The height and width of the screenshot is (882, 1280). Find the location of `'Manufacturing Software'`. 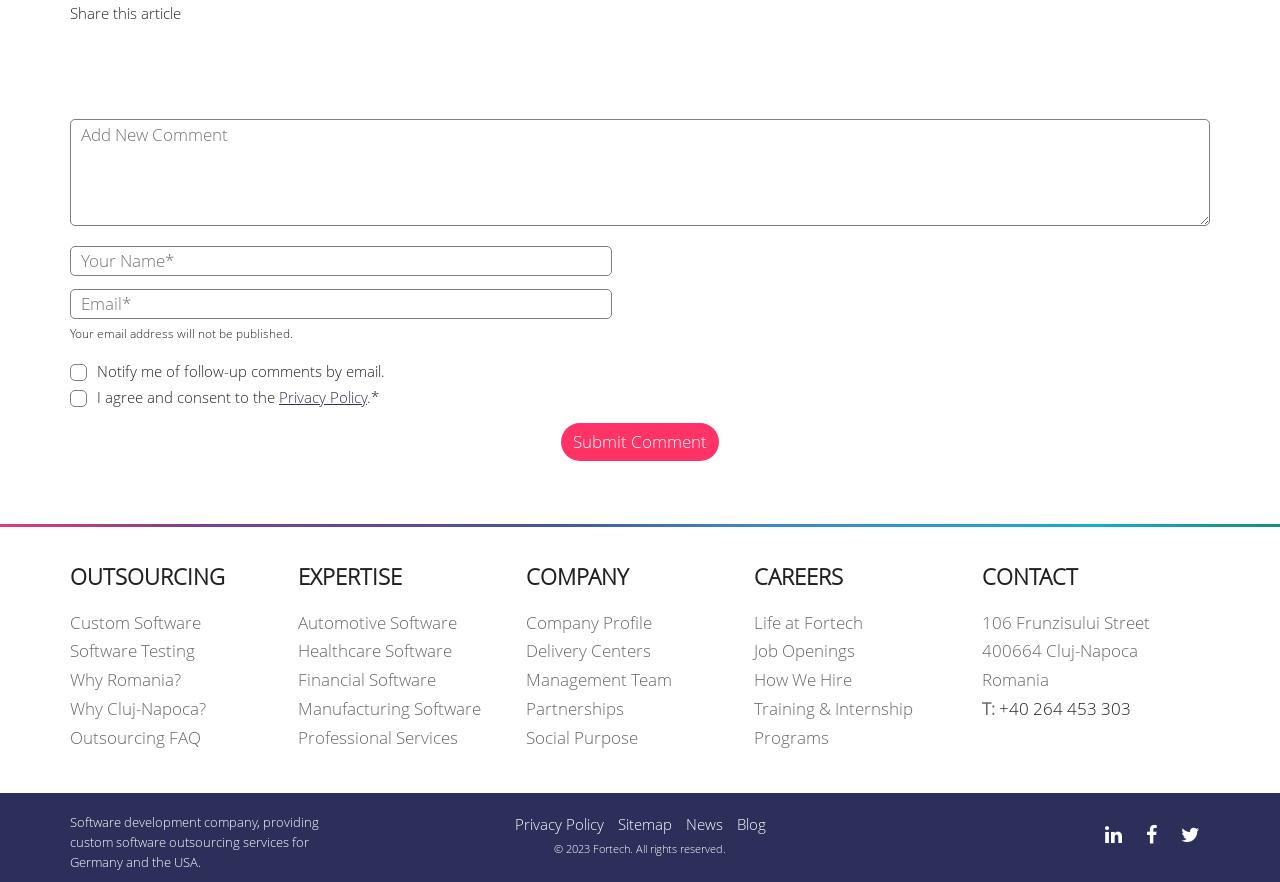

'Manufacturing Software' is located at coordinates (389, 708).